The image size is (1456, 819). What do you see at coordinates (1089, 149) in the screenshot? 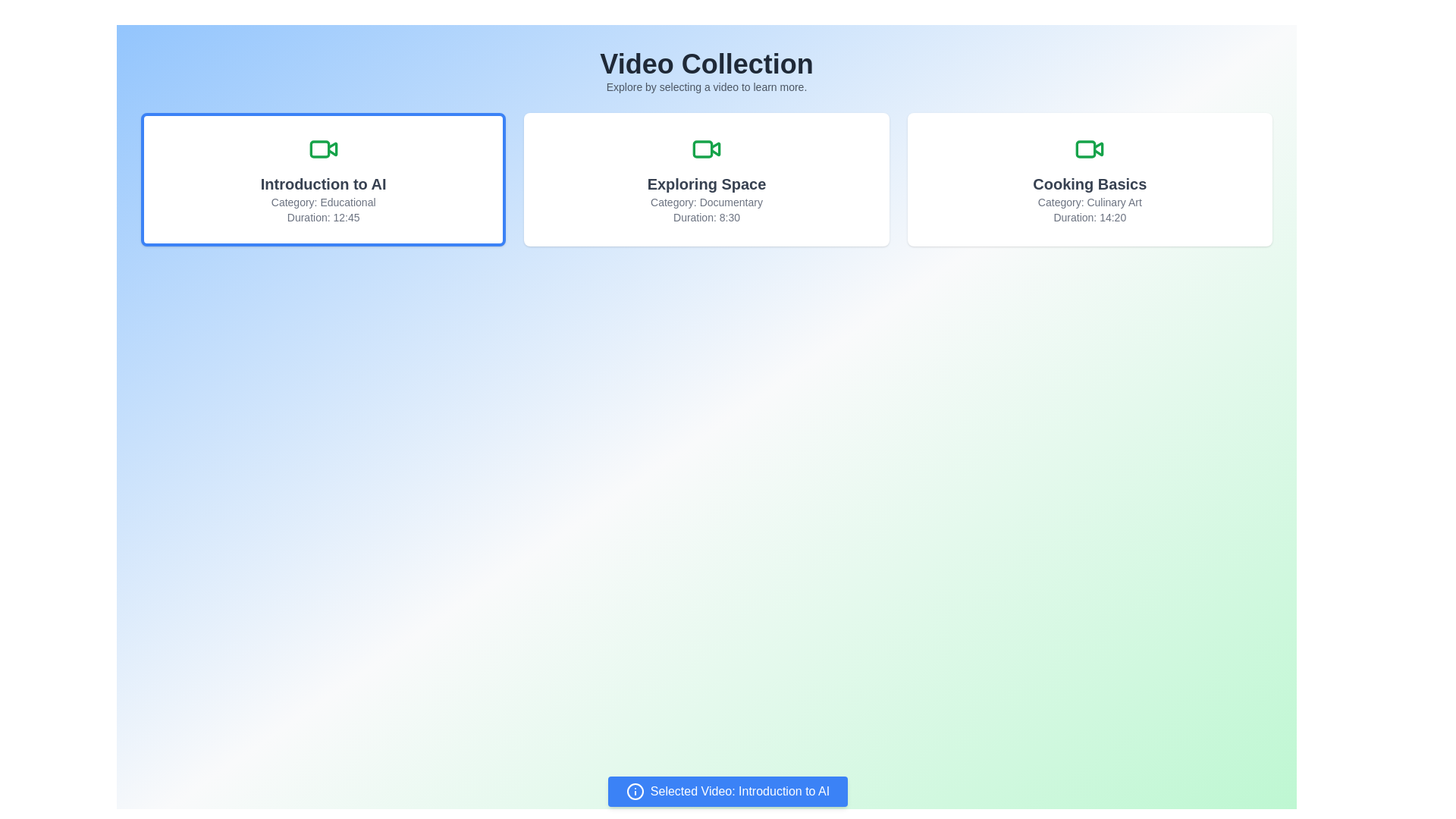
I see `the video-related resource icon located at the top center of the 'Cooking Basics' card, which is the far right card in the interface` at bounding box center [1089, 149].